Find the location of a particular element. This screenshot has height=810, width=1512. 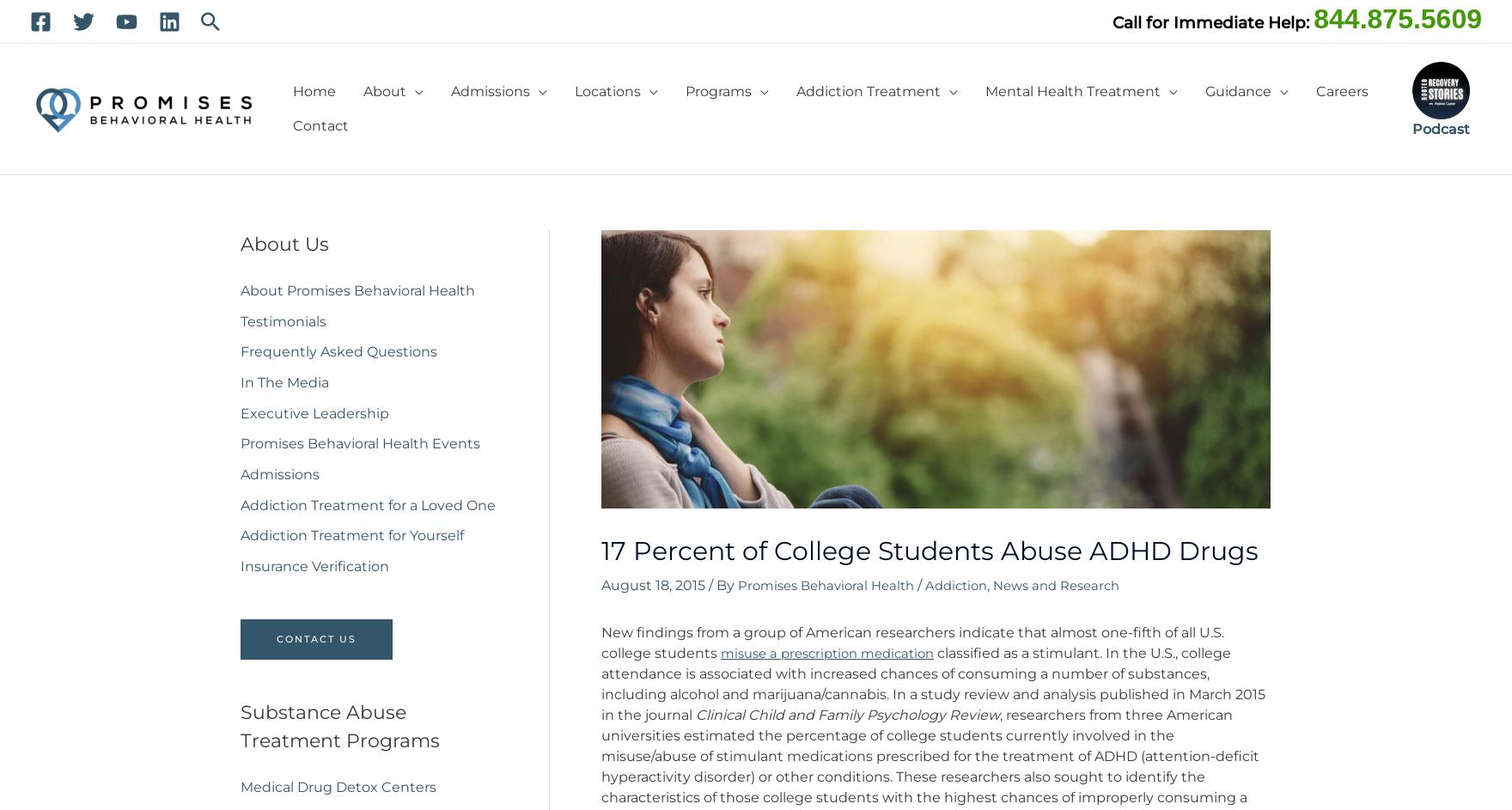

'Guidance' is located at coordinates (1238, 91).